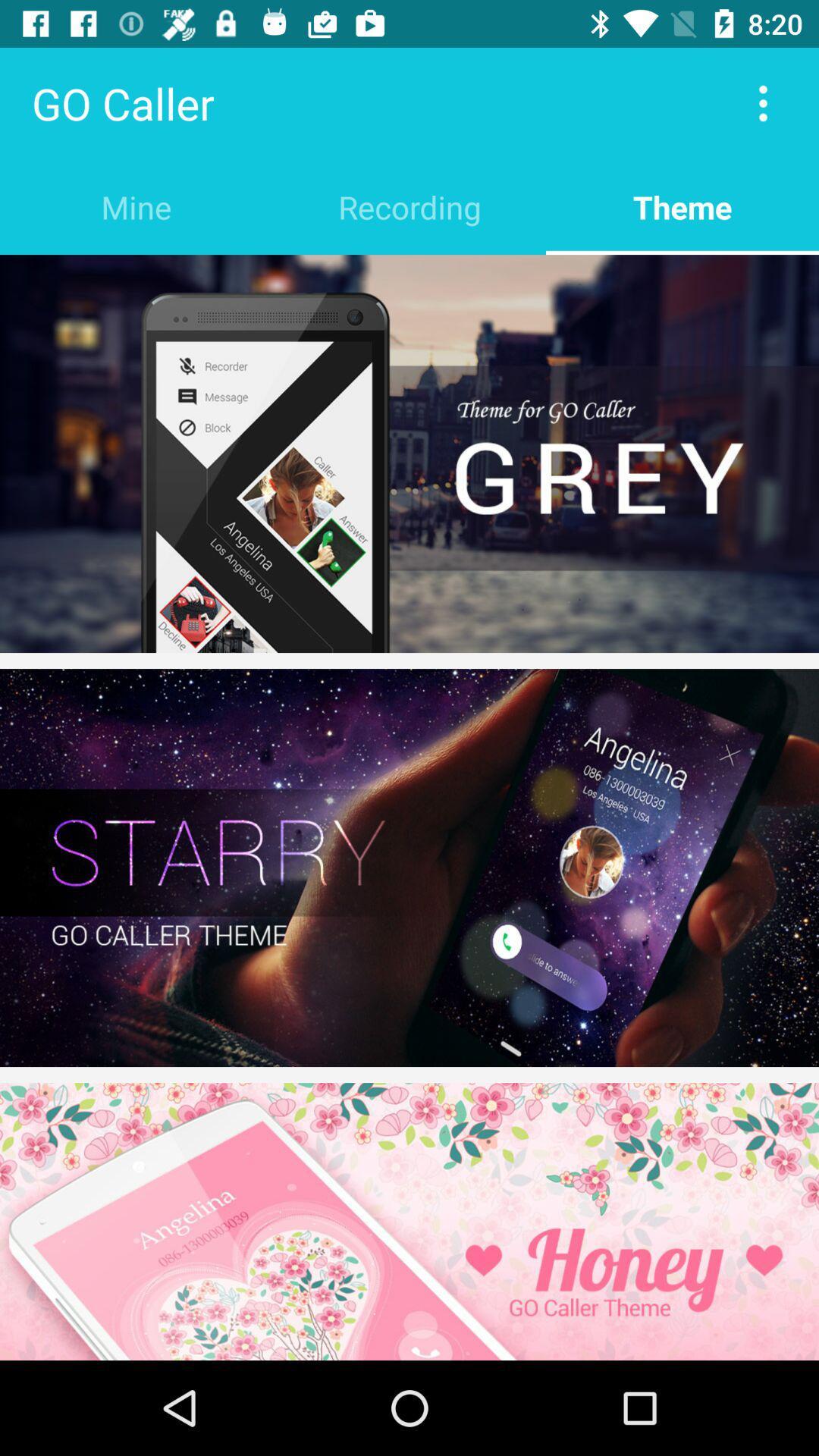 This screenshot has width=819, height=1456. Describe the element at coordinates (763, 102) in the screenshot. I see `the more icon` at that location.